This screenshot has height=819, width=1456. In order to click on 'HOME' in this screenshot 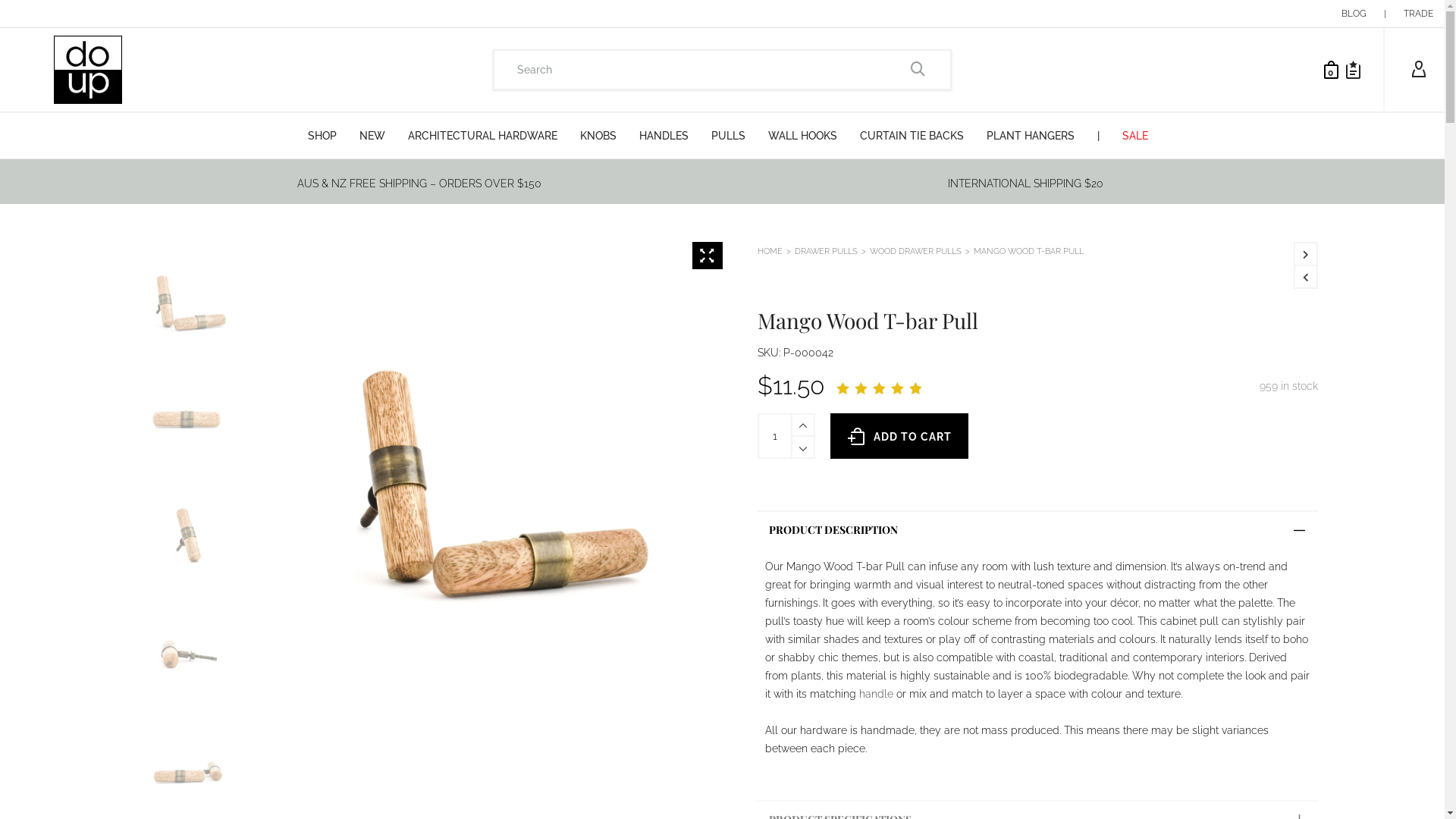, I will do `click(770, 250)`.